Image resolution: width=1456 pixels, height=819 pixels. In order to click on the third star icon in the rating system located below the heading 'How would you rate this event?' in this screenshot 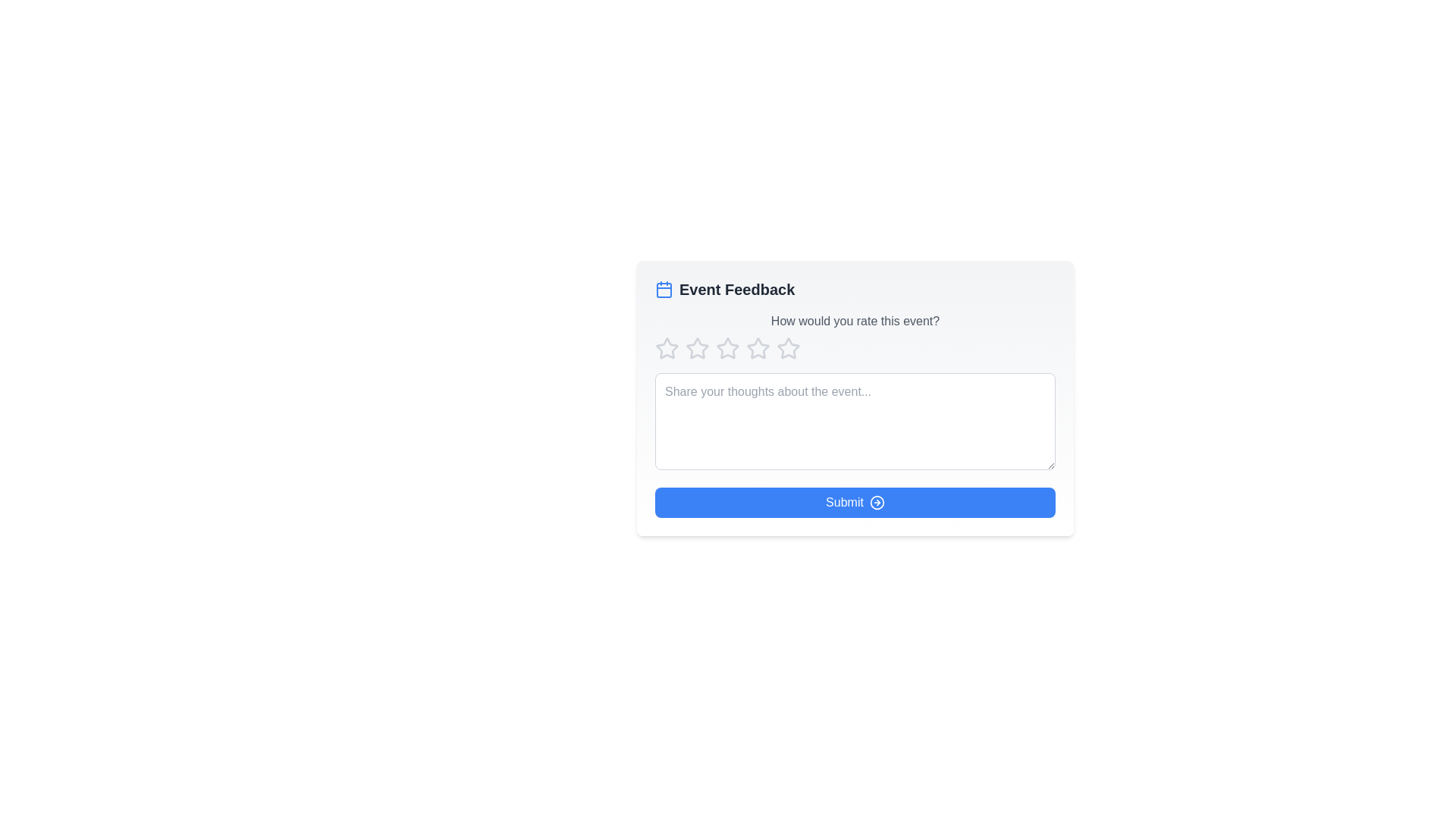, I will do `click(758, 348)`.